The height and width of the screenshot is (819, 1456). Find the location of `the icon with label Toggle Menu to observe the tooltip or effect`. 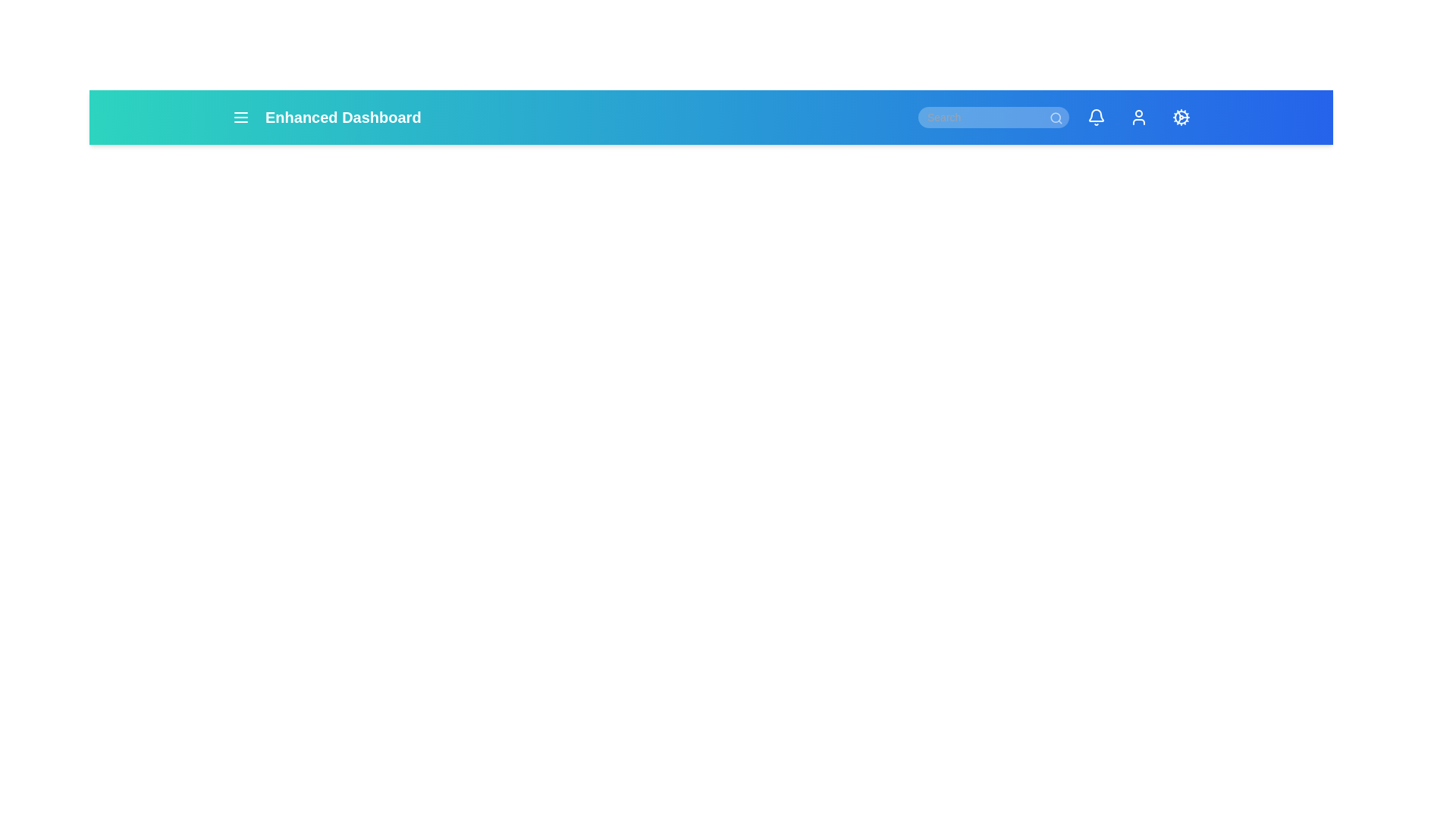

the icon with label Toggle Menu to observe the tooltip or effect is located at coordinates (240, 116).